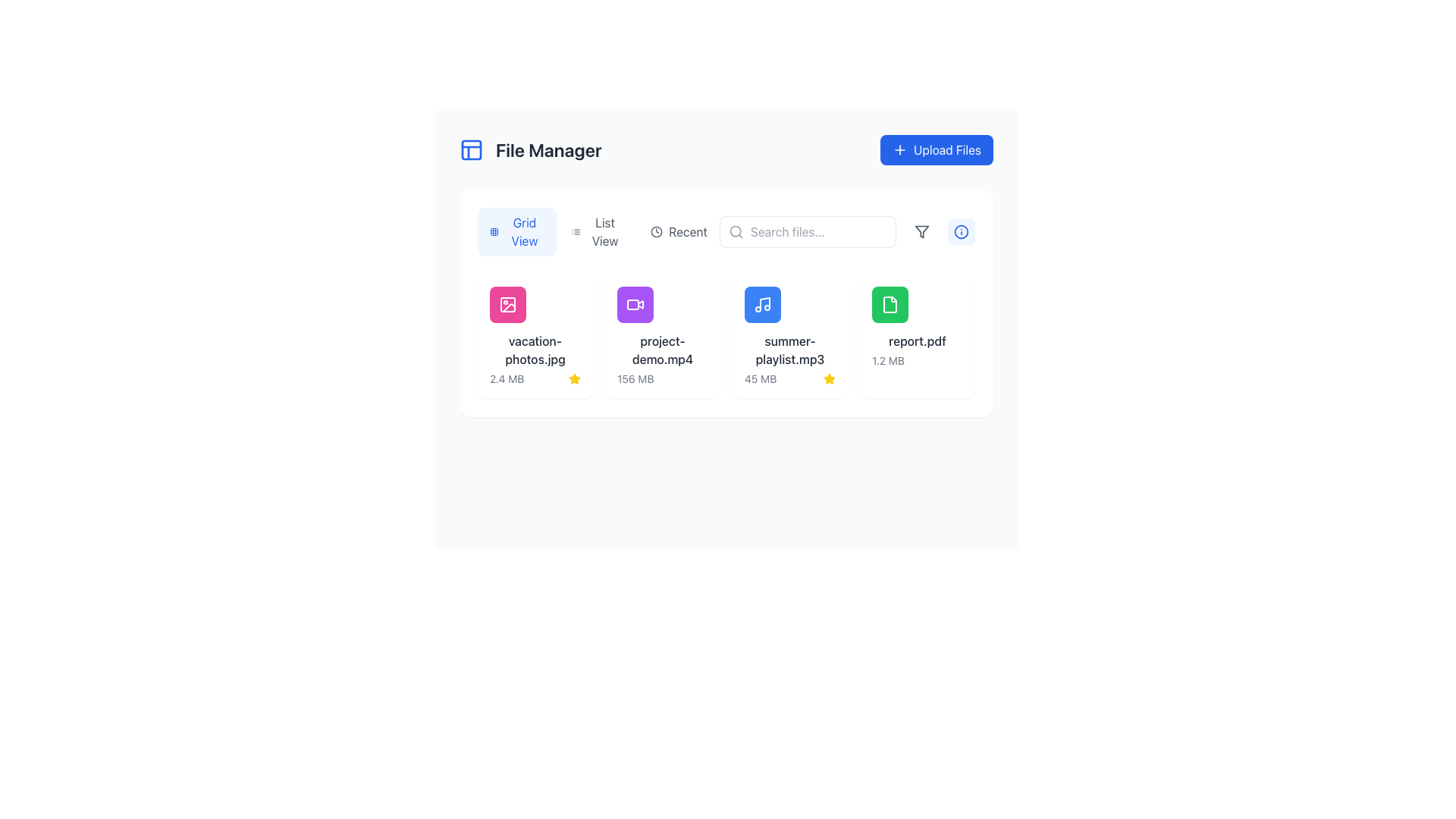 This screenshot has width=1456, height=819. What do you see at coordinates (662, 335) in the screenshot?
I see `the File display card labeled 'project-demo.mp4', which has a purple video camera icon and is positioned` at bounding box center [662, 335].